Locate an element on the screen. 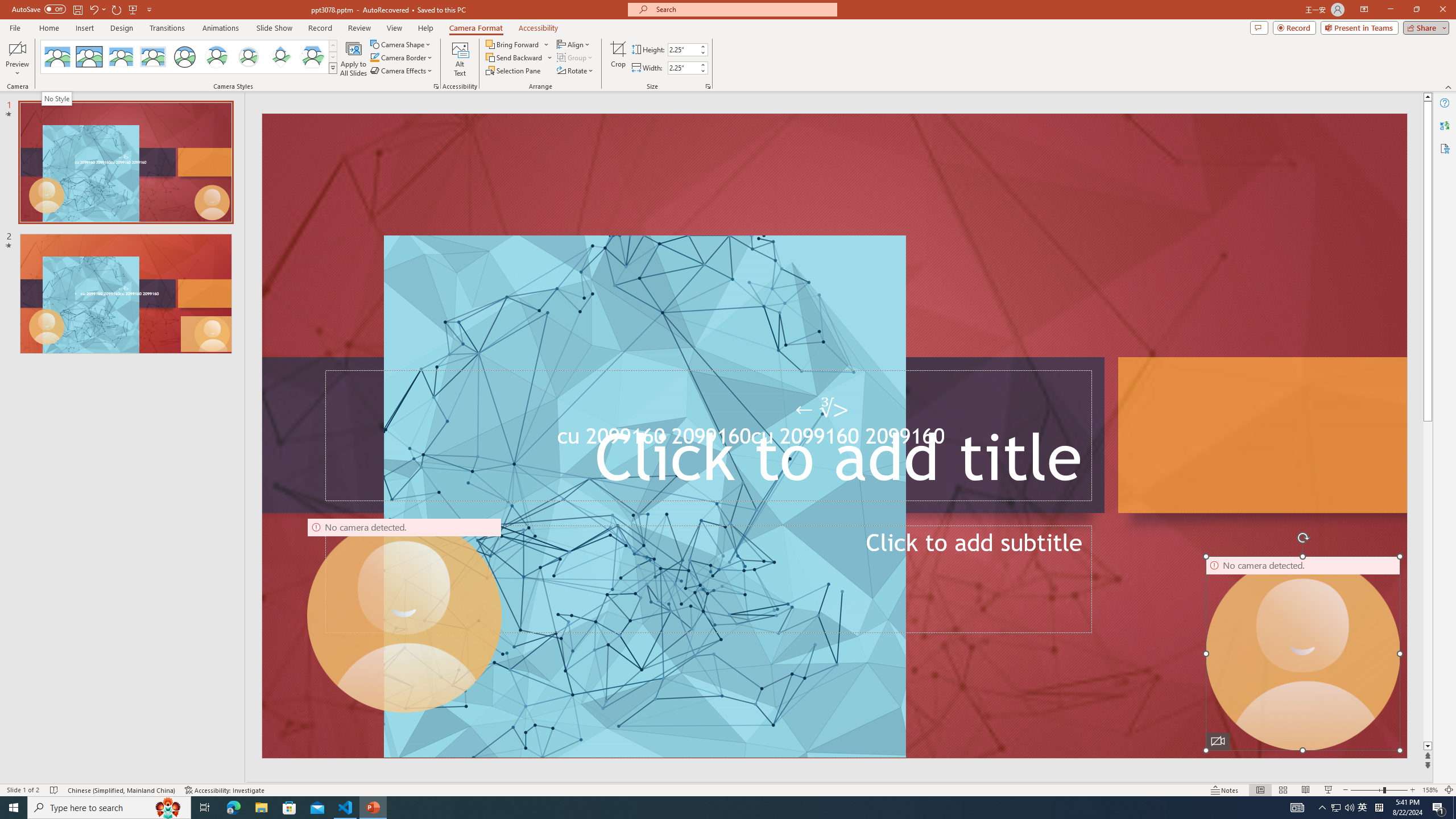 This screenshot has width=1456, height=819. 'More' is located at coordinates (702, 65).